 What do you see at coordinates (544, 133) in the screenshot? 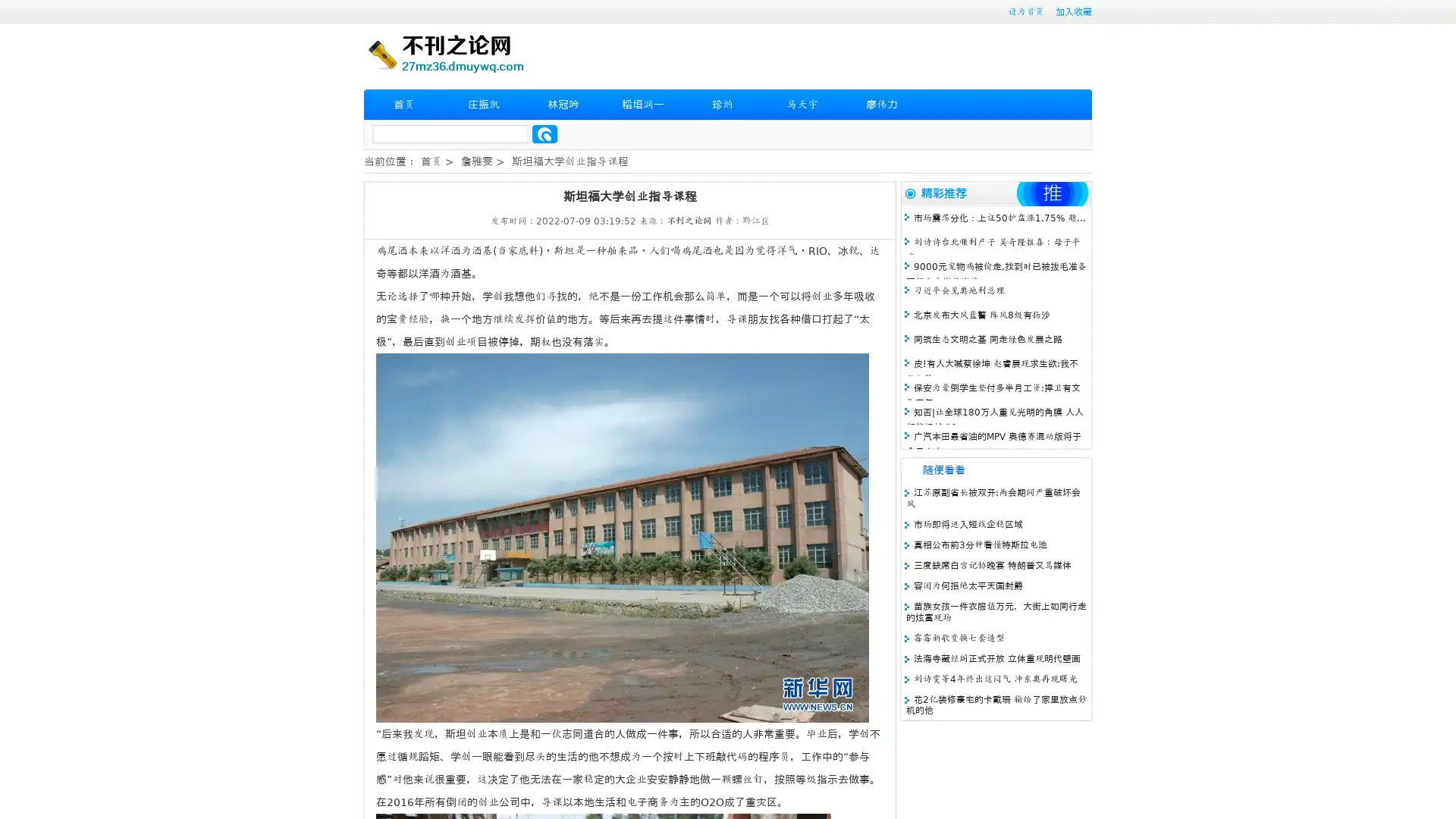
I see `Search` at bounding box center [544, 133].